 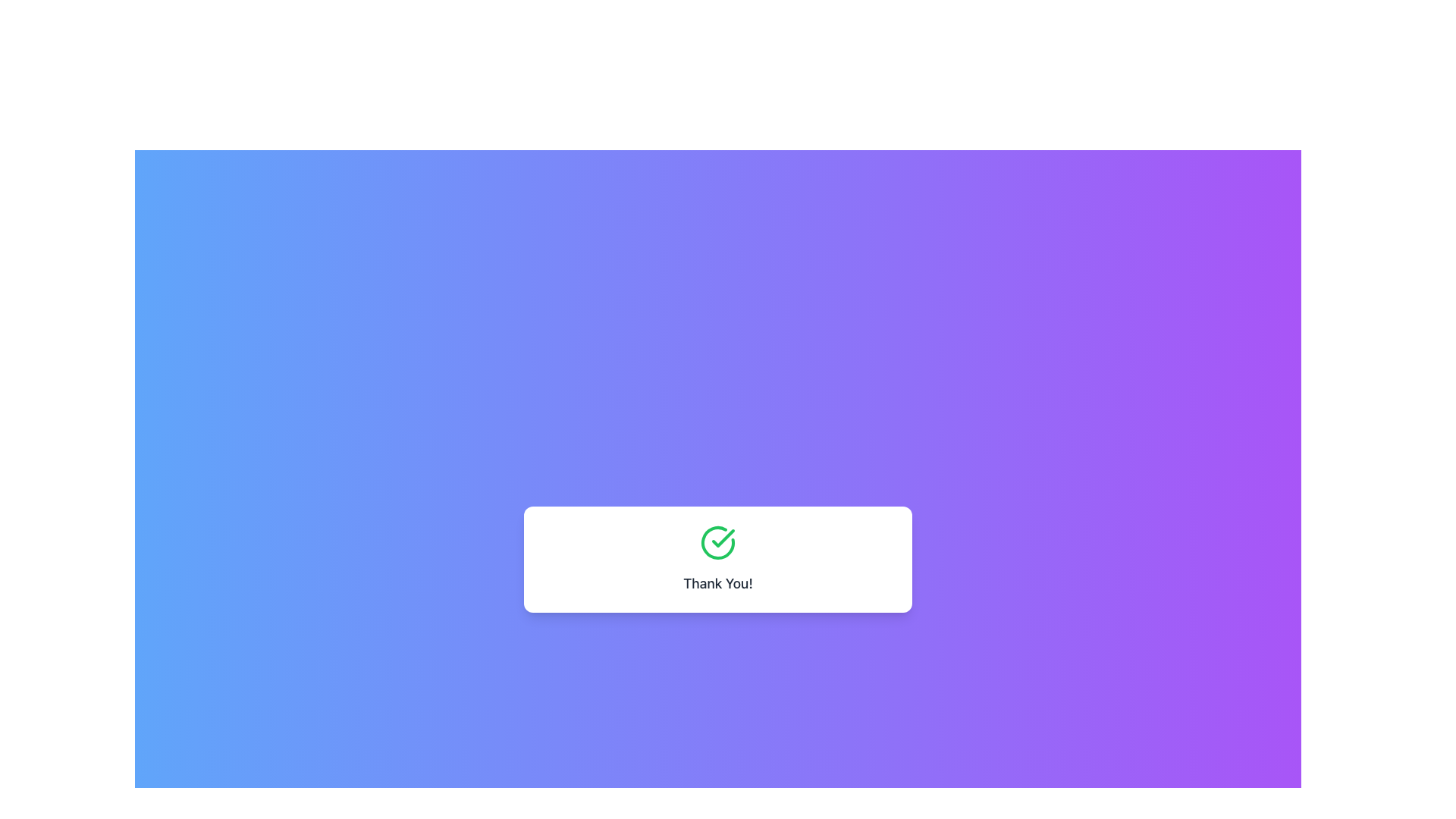 What do you see at coordinates (717, 542) in the screenshot?
I see `the success indicator icon located in the white rectangular section with rounded corners, which contains a green checkmark and 'Thank You!' text` at bounding box center [717, 542].